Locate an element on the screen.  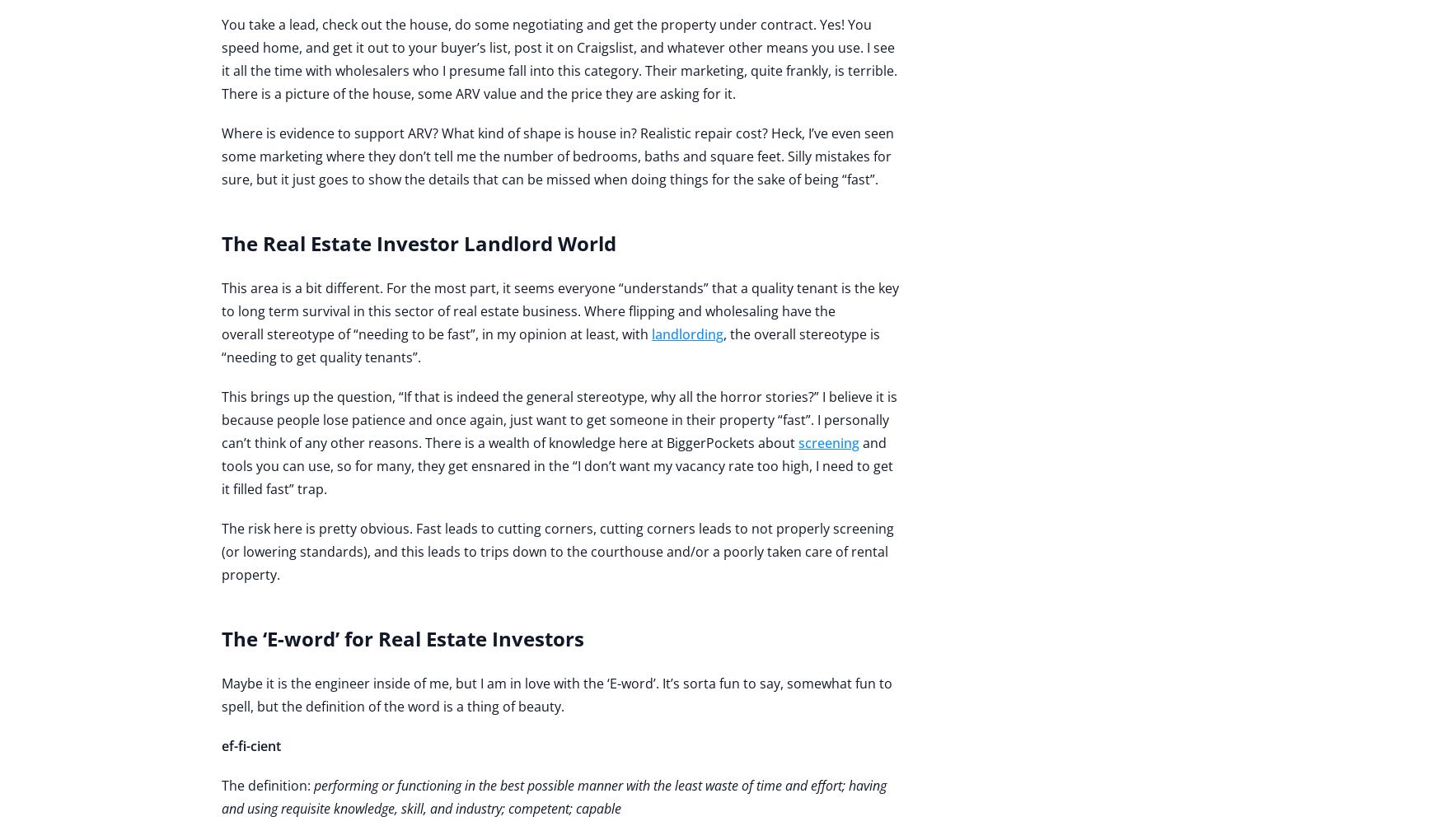
'screening' is located at coordinates (798, 442).